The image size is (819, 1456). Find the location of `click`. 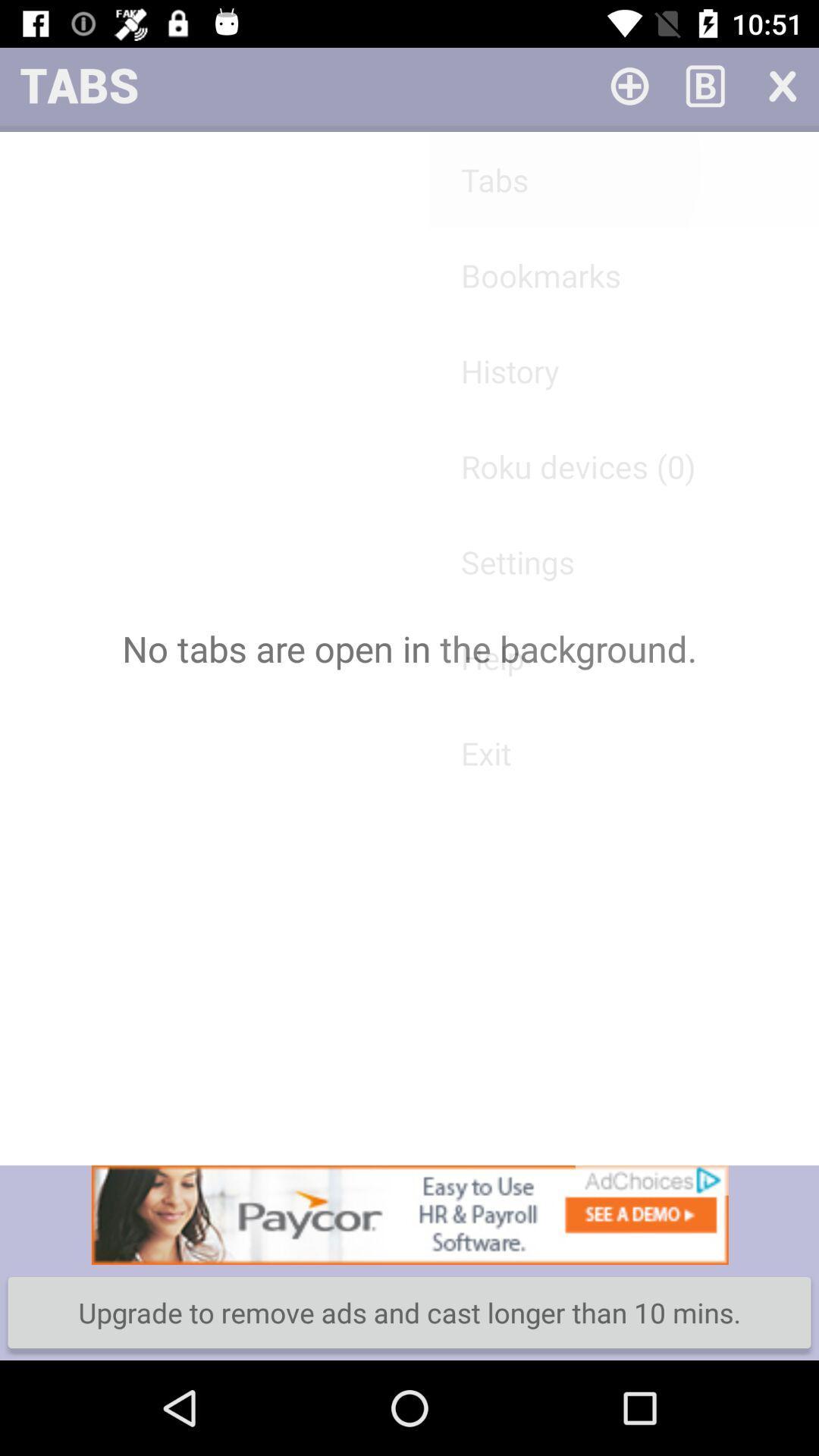

click is located at coordinates (409, 1215).